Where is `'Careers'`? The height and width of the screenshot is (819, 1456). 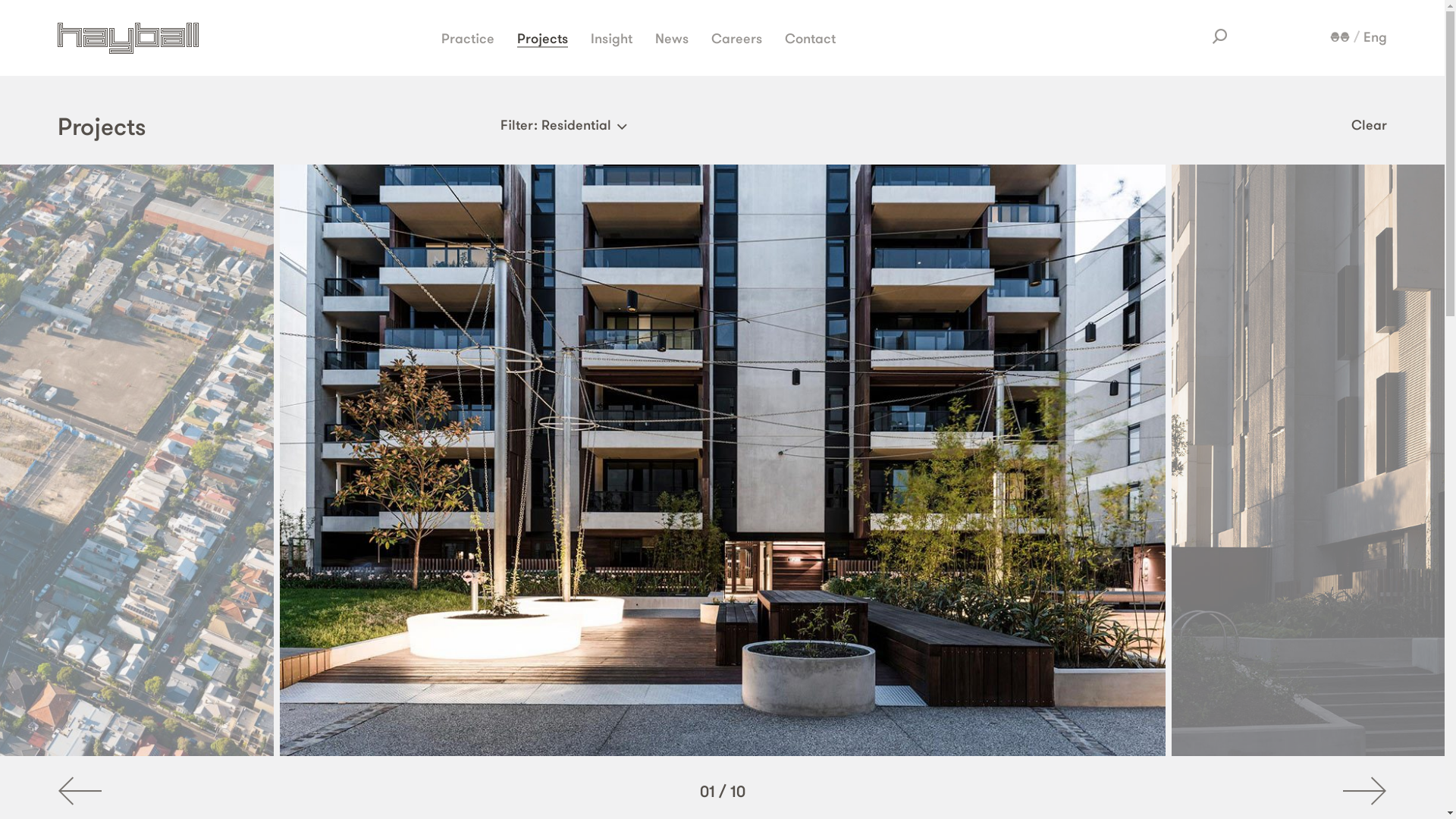 'Careers' is located at coordinates (736, 36).